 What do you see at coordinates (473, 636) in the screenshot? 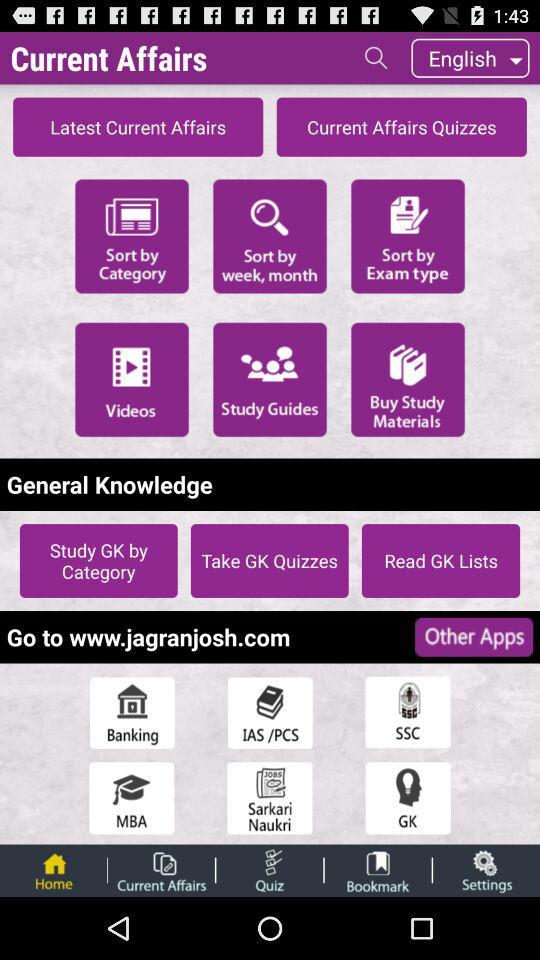
I see `icon to the right of the go to www` at bounding box center [473, 636].